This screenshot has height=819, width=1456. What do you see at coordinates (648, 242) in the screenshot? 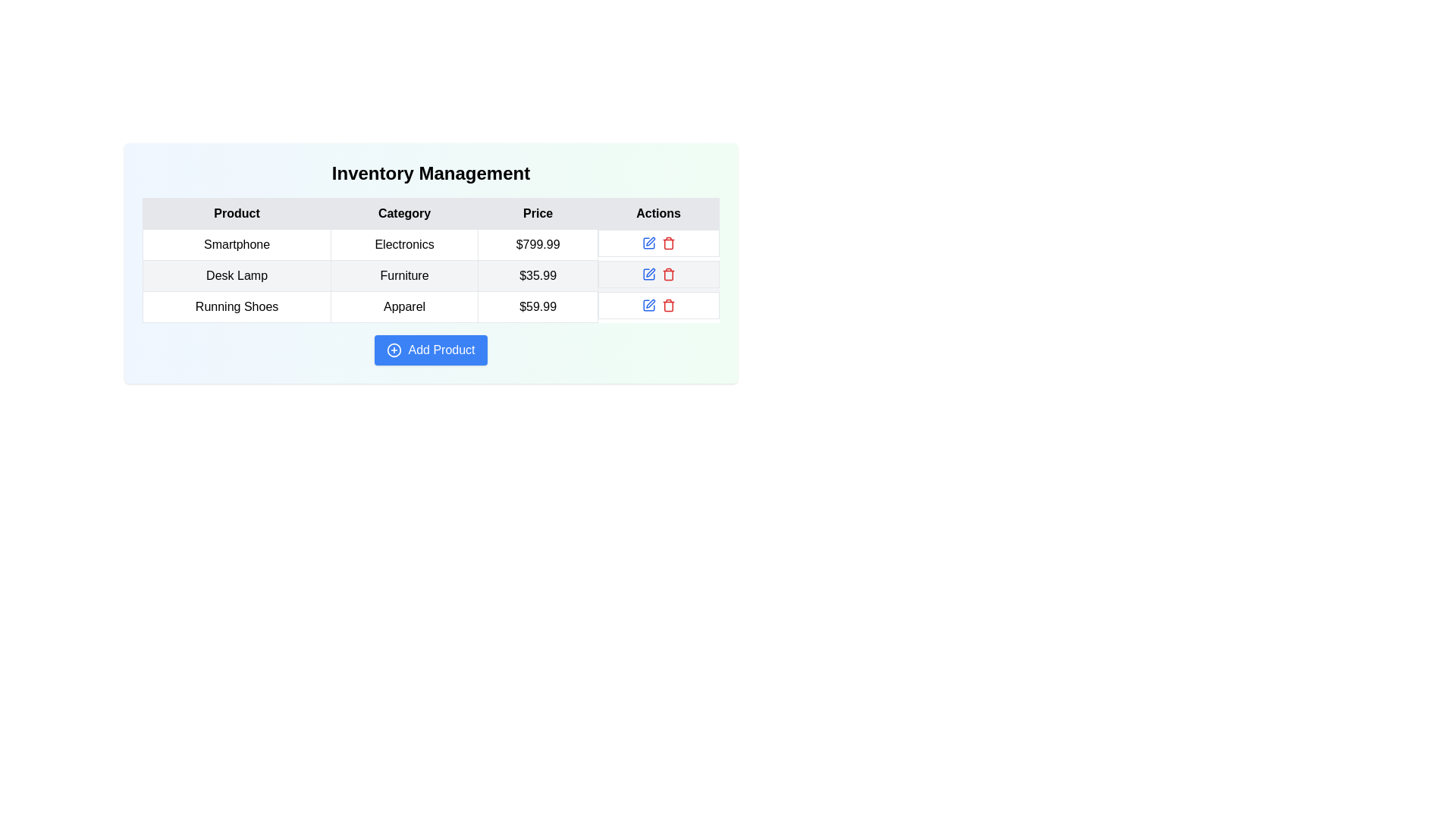
I see `the rectangular SVG icon with rounded corners in the 'Actions' section of the table, specifically in the row labeled 'Furniture'` at bounding box center [648, 242].